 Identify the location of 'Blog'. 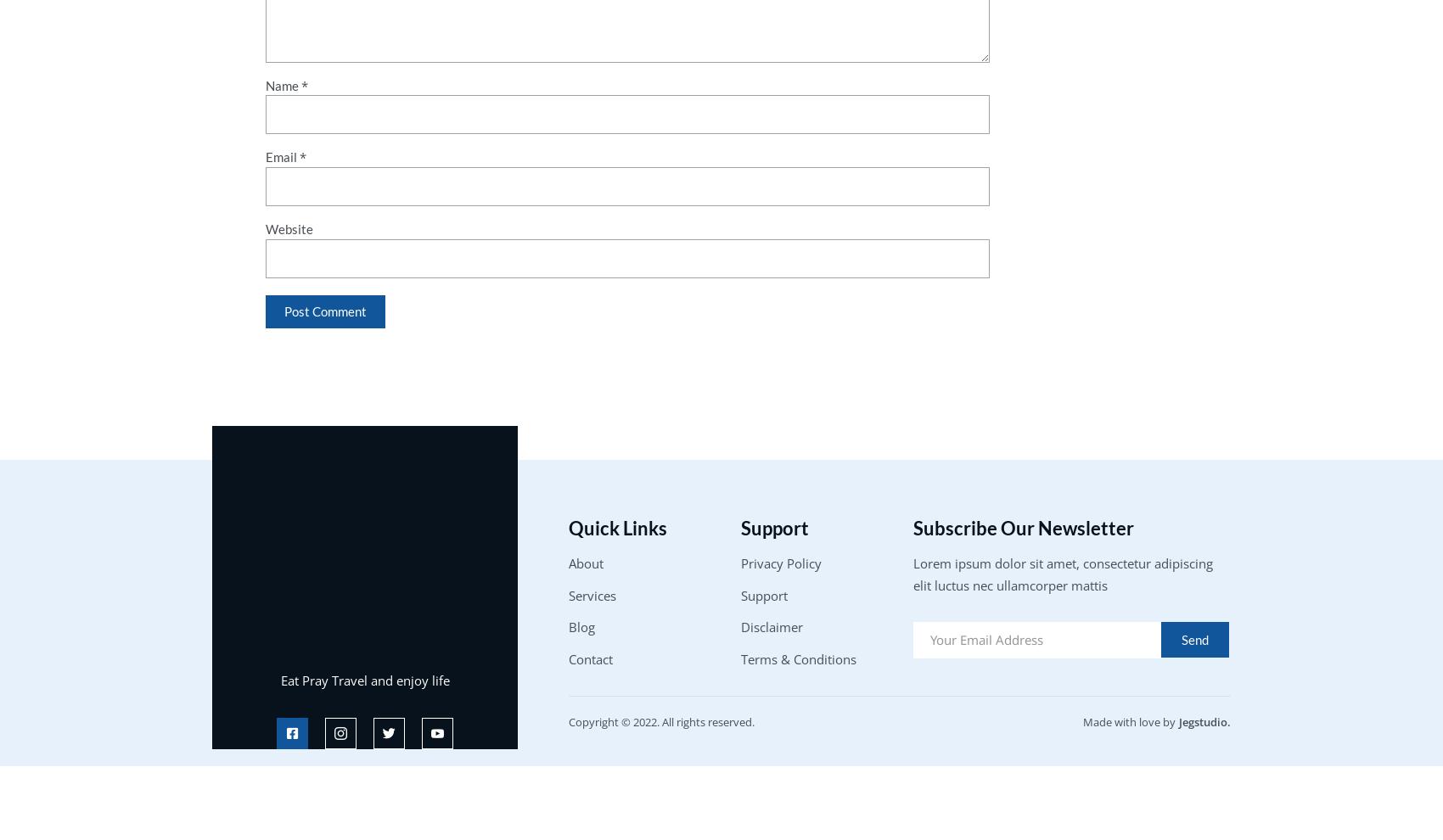
(581, 626).